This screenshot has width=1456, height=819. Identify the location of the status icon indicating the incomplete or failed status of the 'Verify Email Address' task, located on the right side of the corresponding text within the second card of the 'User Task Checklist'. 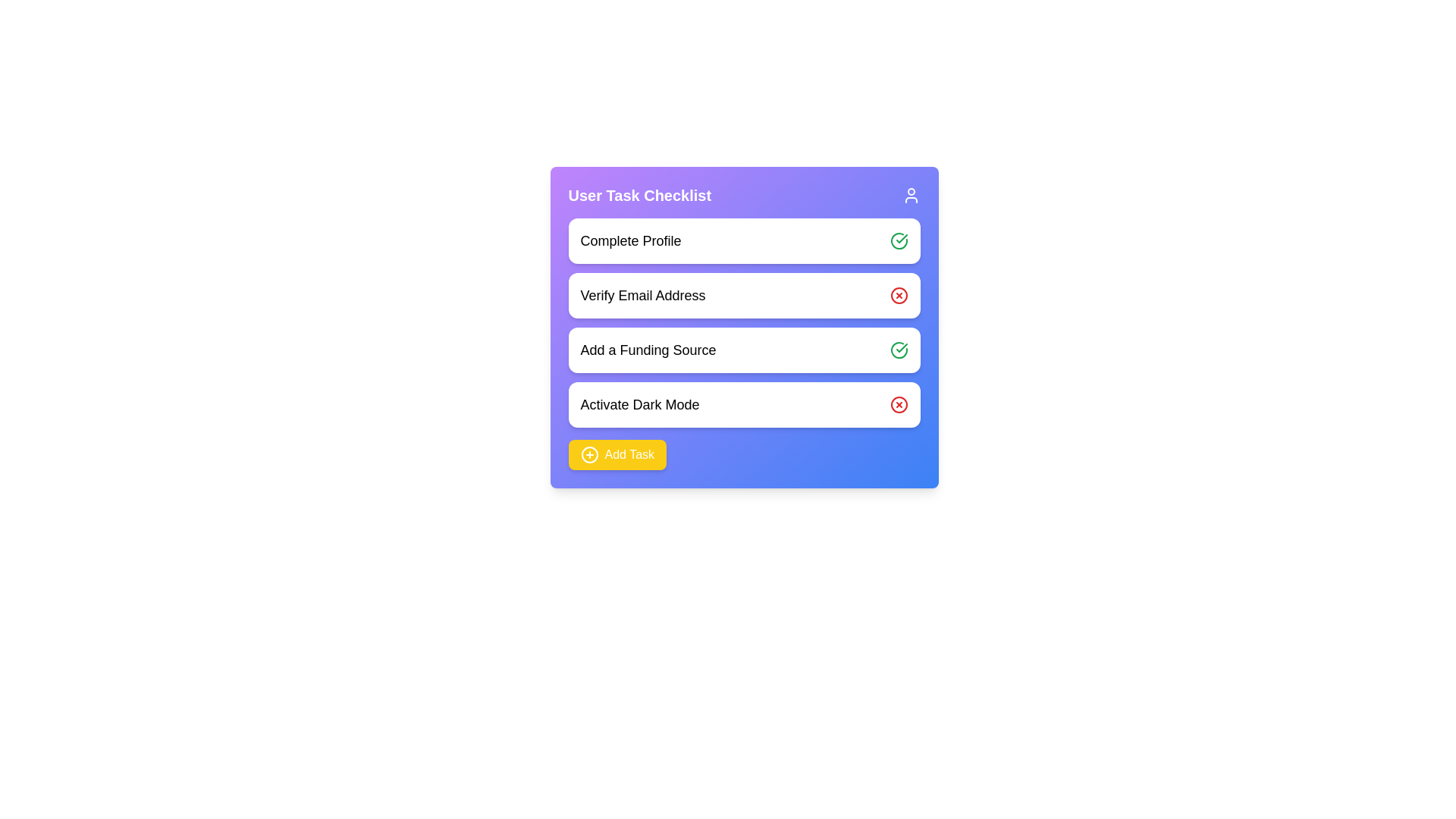
(899, 295).